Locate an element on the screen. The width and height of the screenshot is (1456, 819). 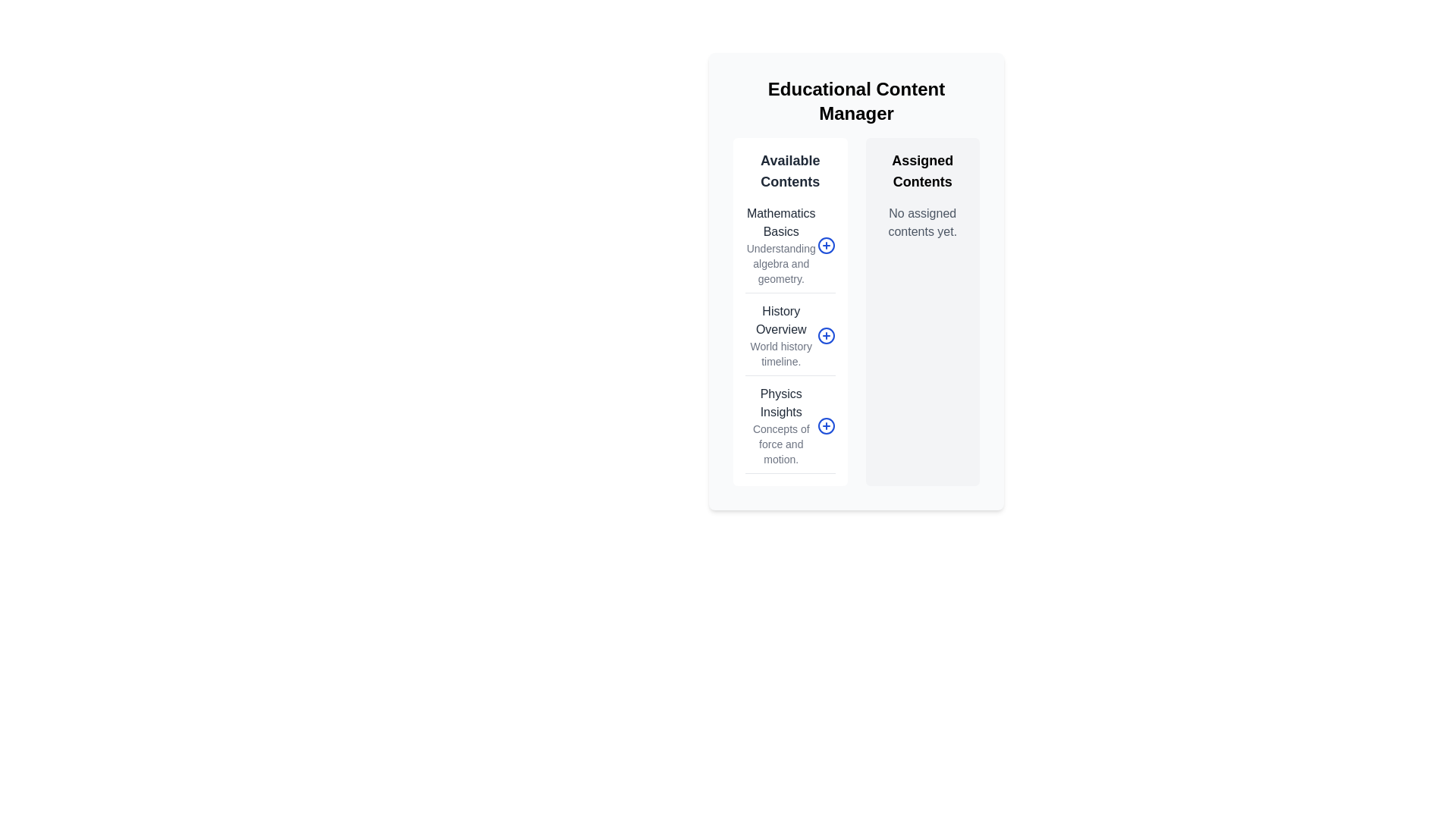
the text label displaying 'Available Contents', which is styled in bold and slightly larger text, positioned at the top of the left section above the educational topics list is located at coordinates (789, 171).